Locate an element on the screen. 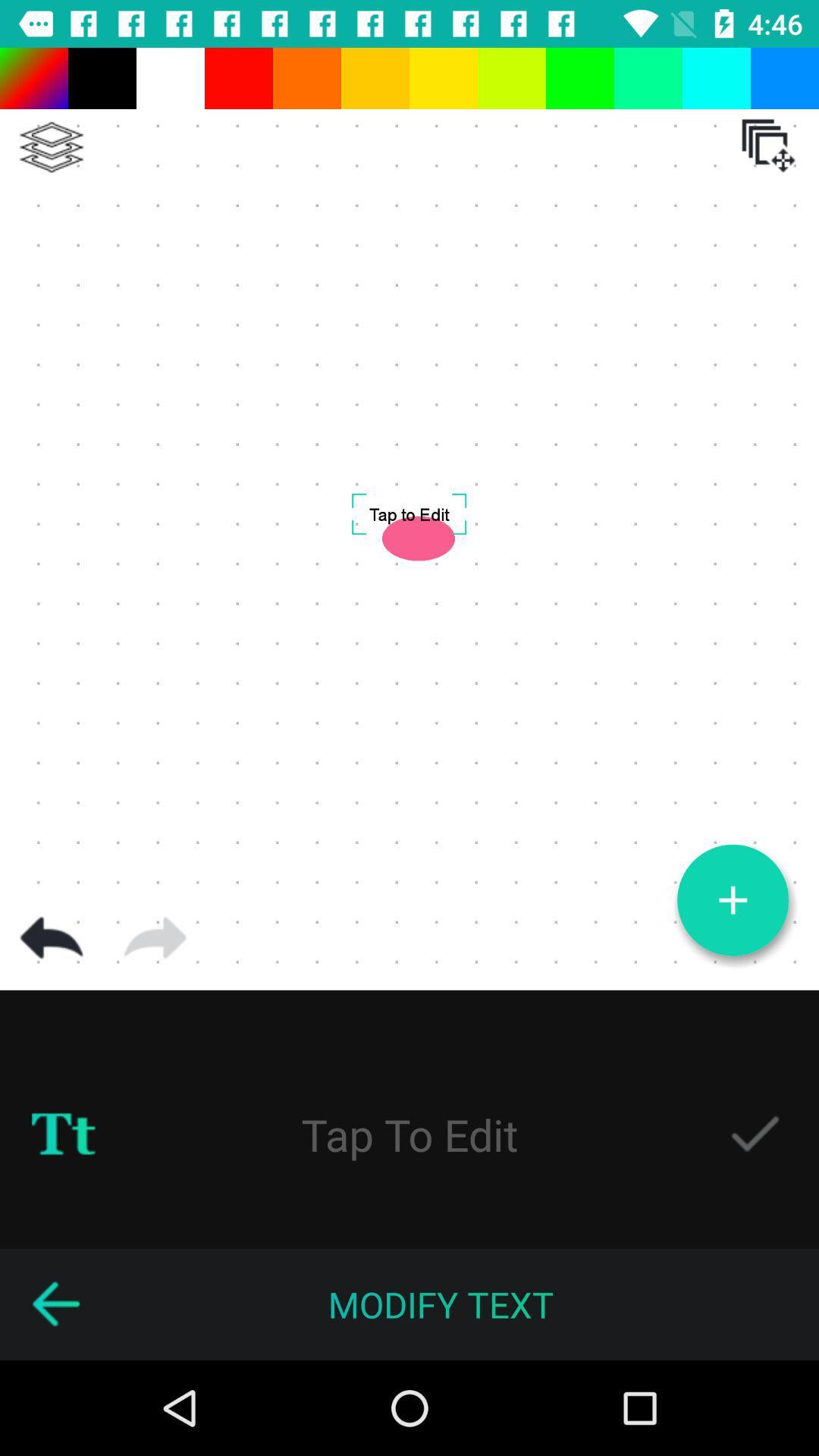 Image resolution: width=819 pixels, height=1456 pixels. font is located at coordinates (63, 1134).